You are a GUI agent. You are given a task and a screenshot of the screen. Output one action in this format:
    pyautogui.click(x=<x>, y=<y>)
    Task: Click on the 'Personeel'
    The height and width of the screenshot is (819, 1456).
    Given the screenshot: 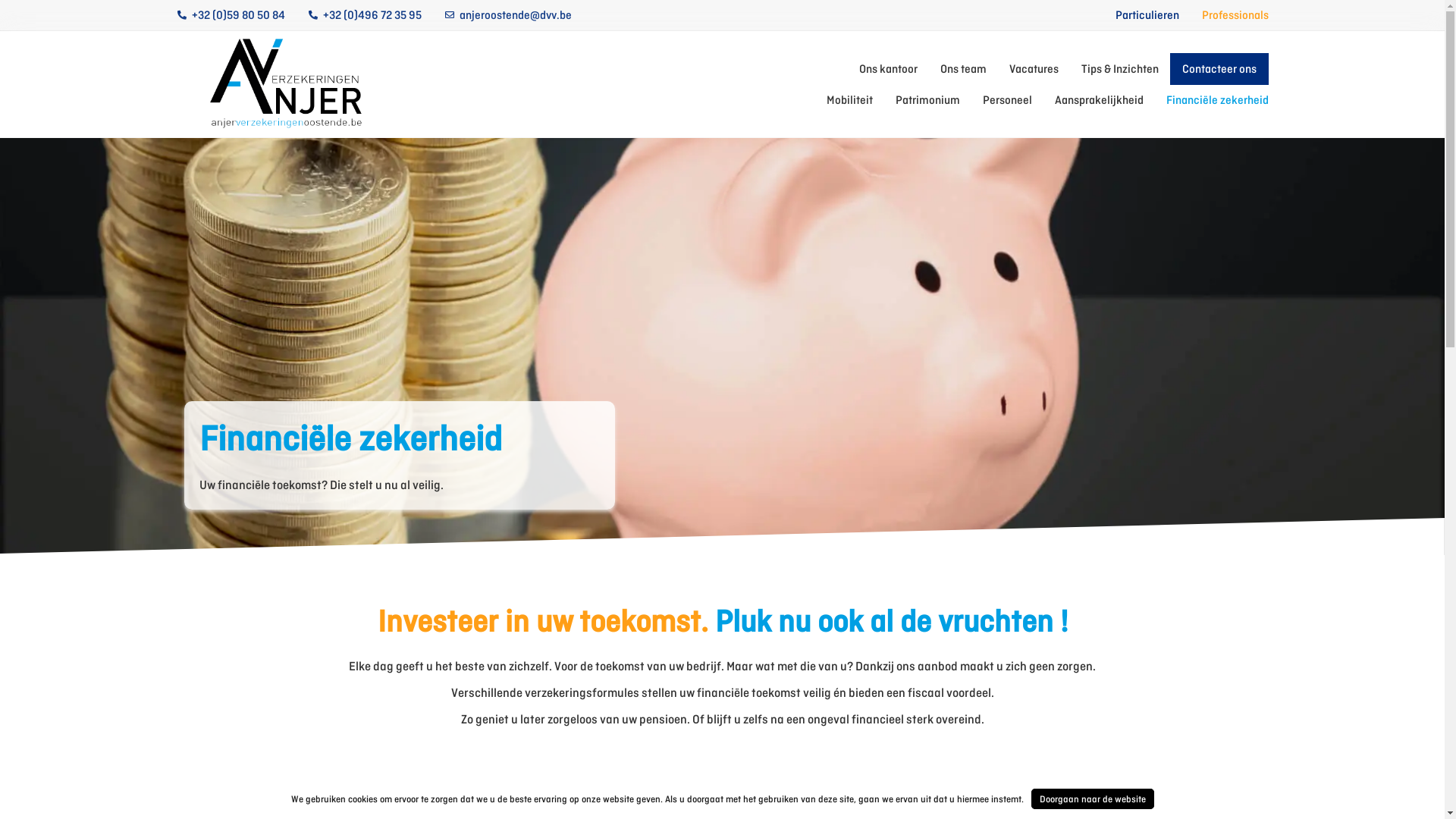 What is the action you would take?
    pyautogui.click(x=1007, y=99)
    